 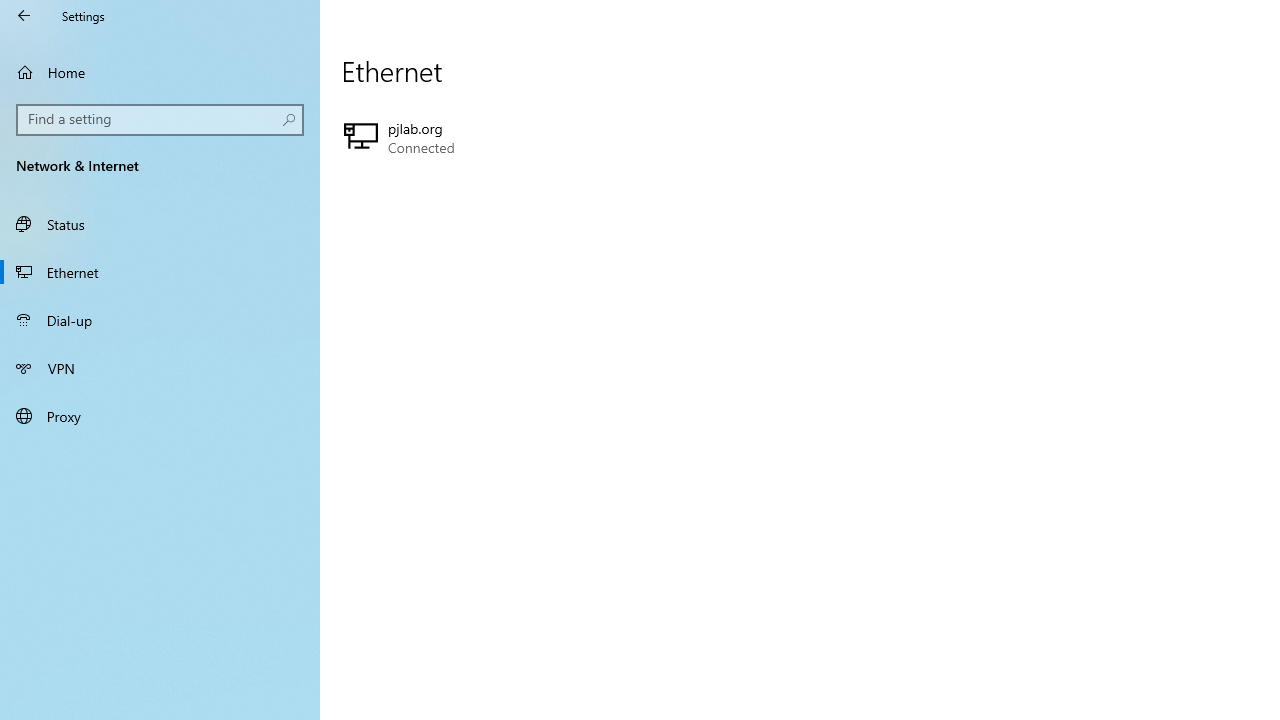 What do you see at coordinates (160, 71) in the screenshot?
I see `'Home'` at bounding box center [160, 71].